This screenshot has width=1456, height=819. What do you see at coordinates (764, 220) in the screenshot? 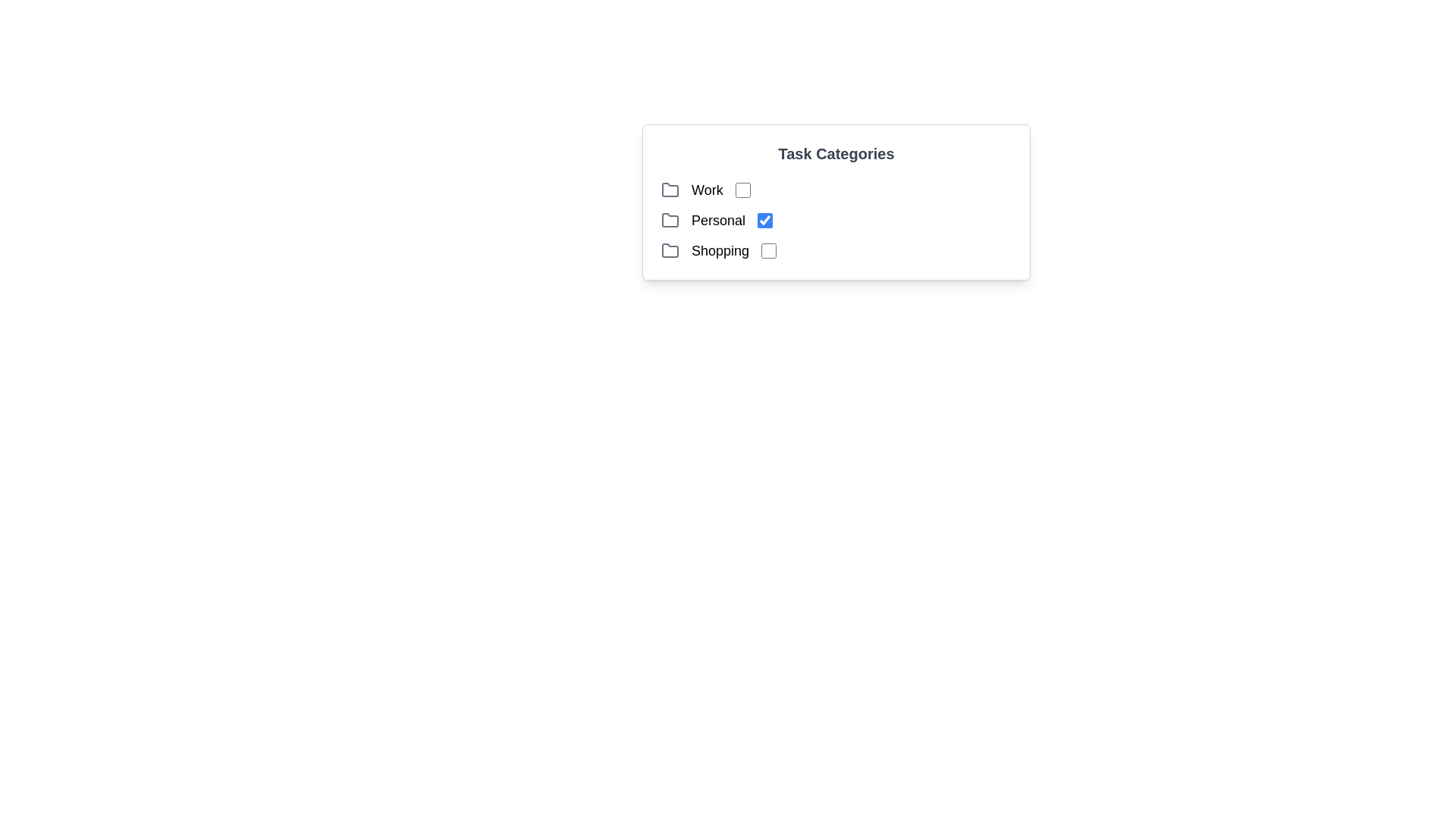
I see `the 'Personal' category checkbox` at bounding box center [764, 220].